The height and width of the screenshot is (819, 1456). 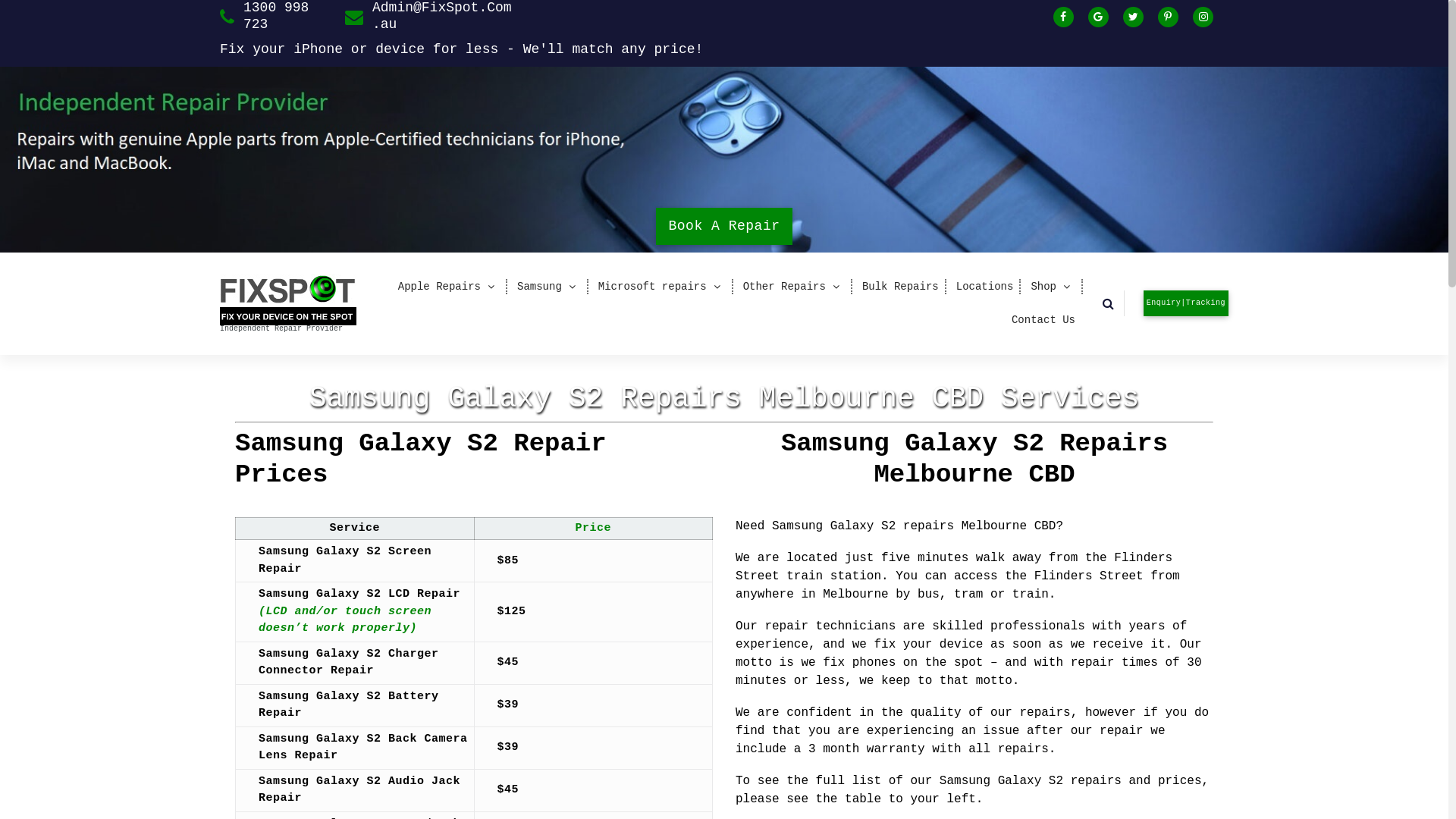 I want to click on 'Admin@FixSpot.Com.au', so click(x=372, y=16).